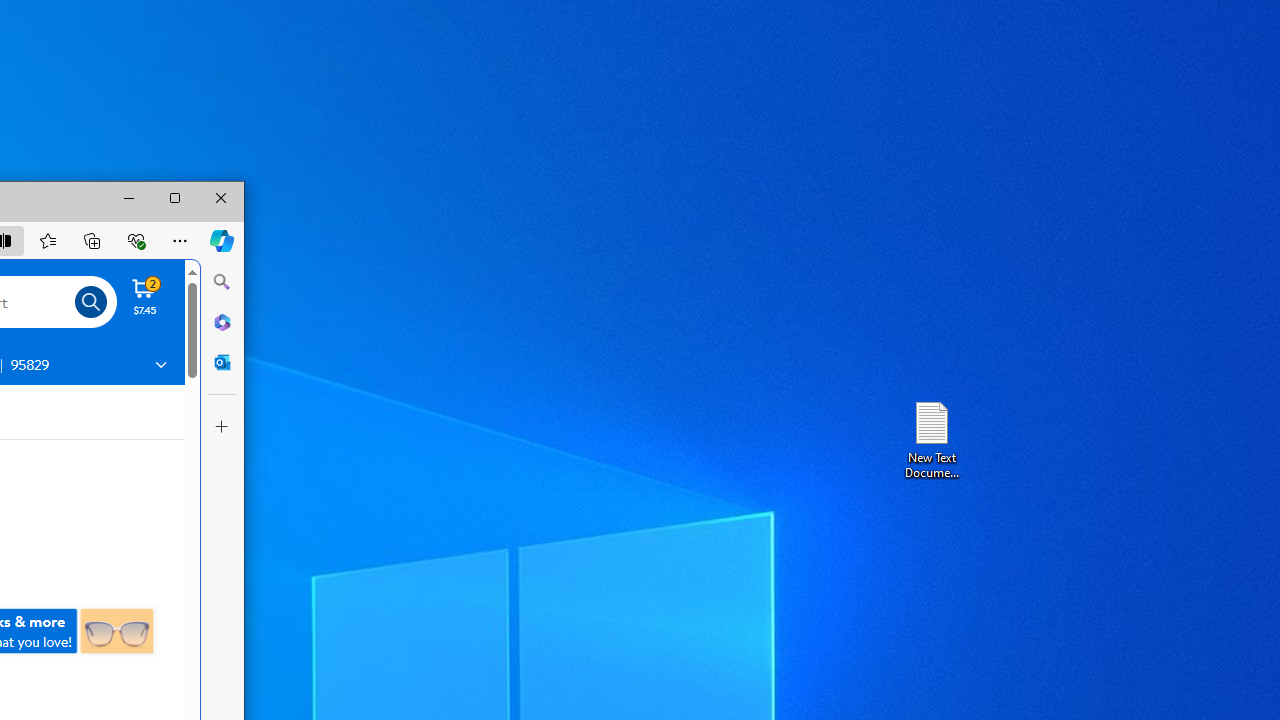  Describe the element at coordinates (175, 198) in the screenshot. I see `'Maximize'` at that location.